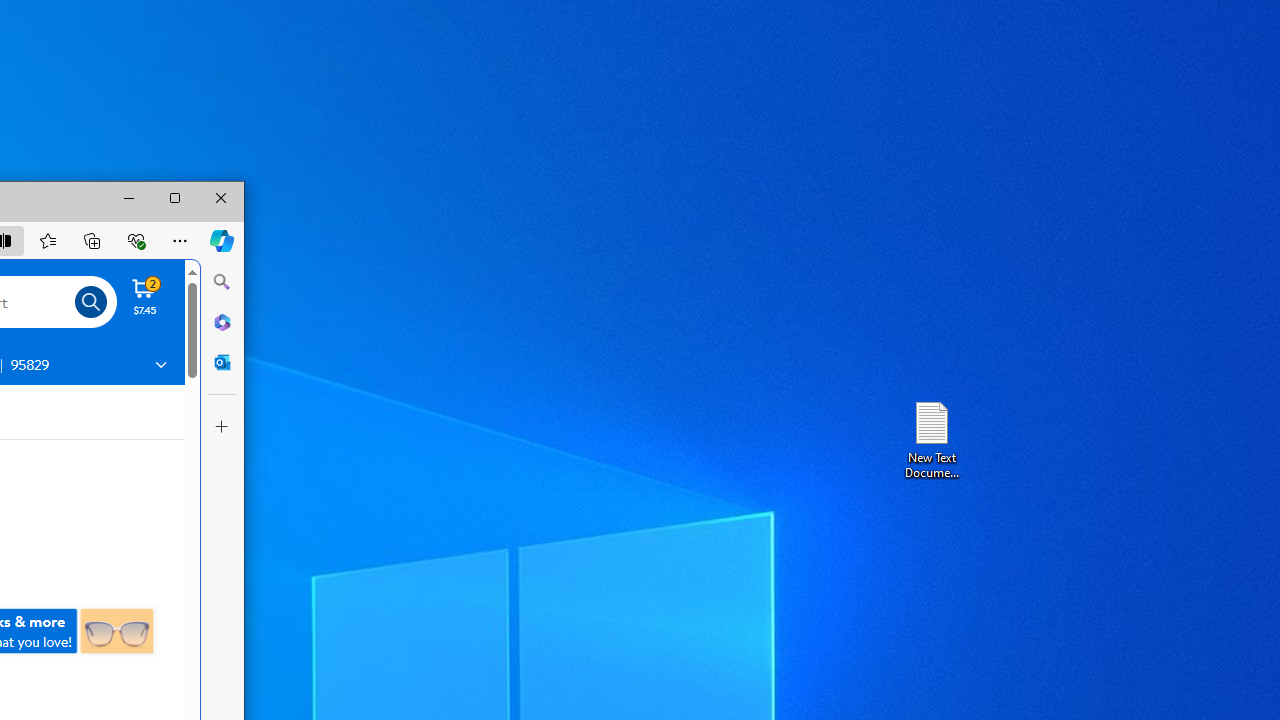  Describe the element at coordinates (175, 198) in the screenshot. I see `'Maximize'` at that location.